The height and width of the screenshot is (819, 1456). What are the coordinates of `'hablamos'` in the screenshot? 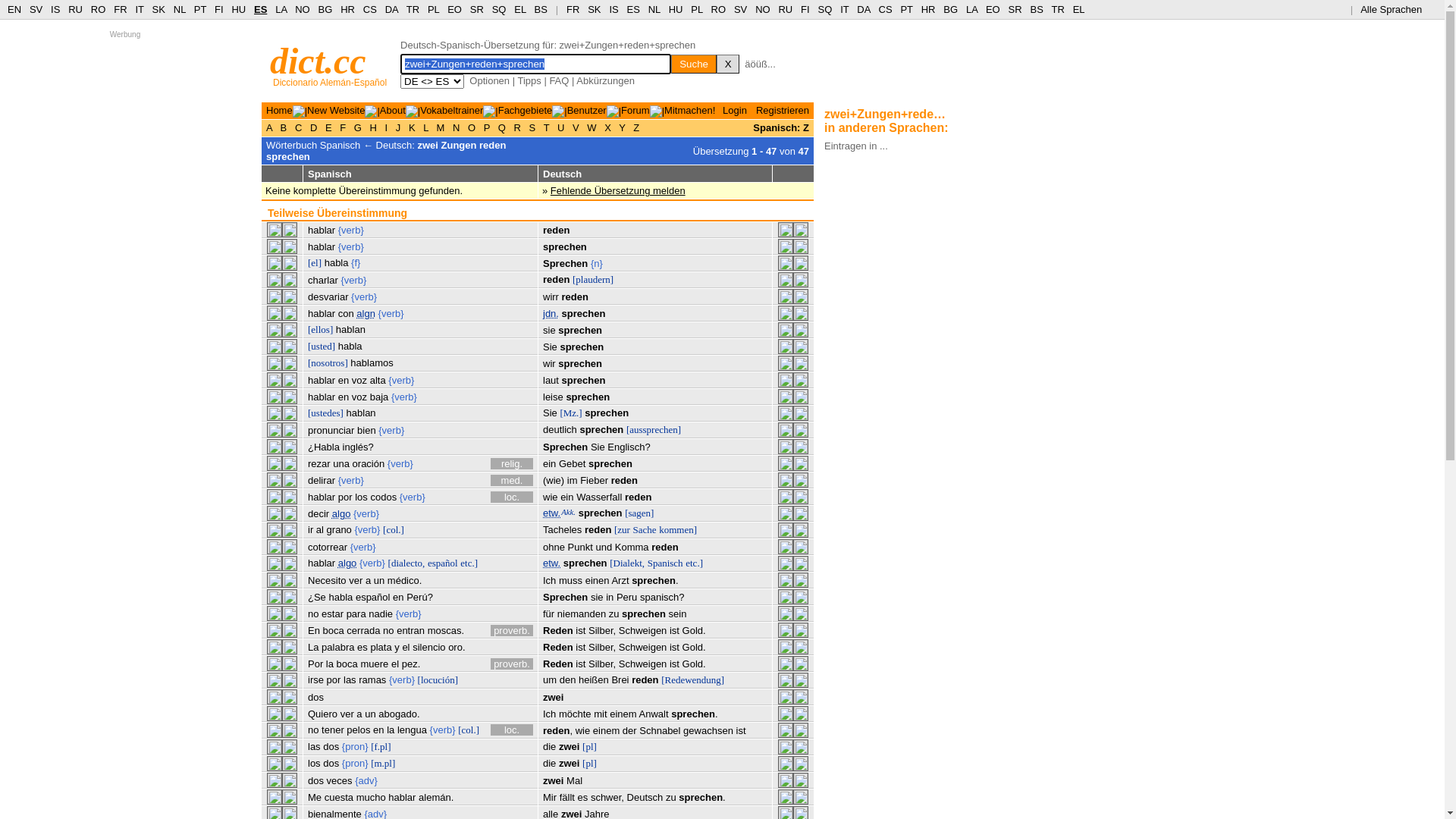 It's located at (371, 362).